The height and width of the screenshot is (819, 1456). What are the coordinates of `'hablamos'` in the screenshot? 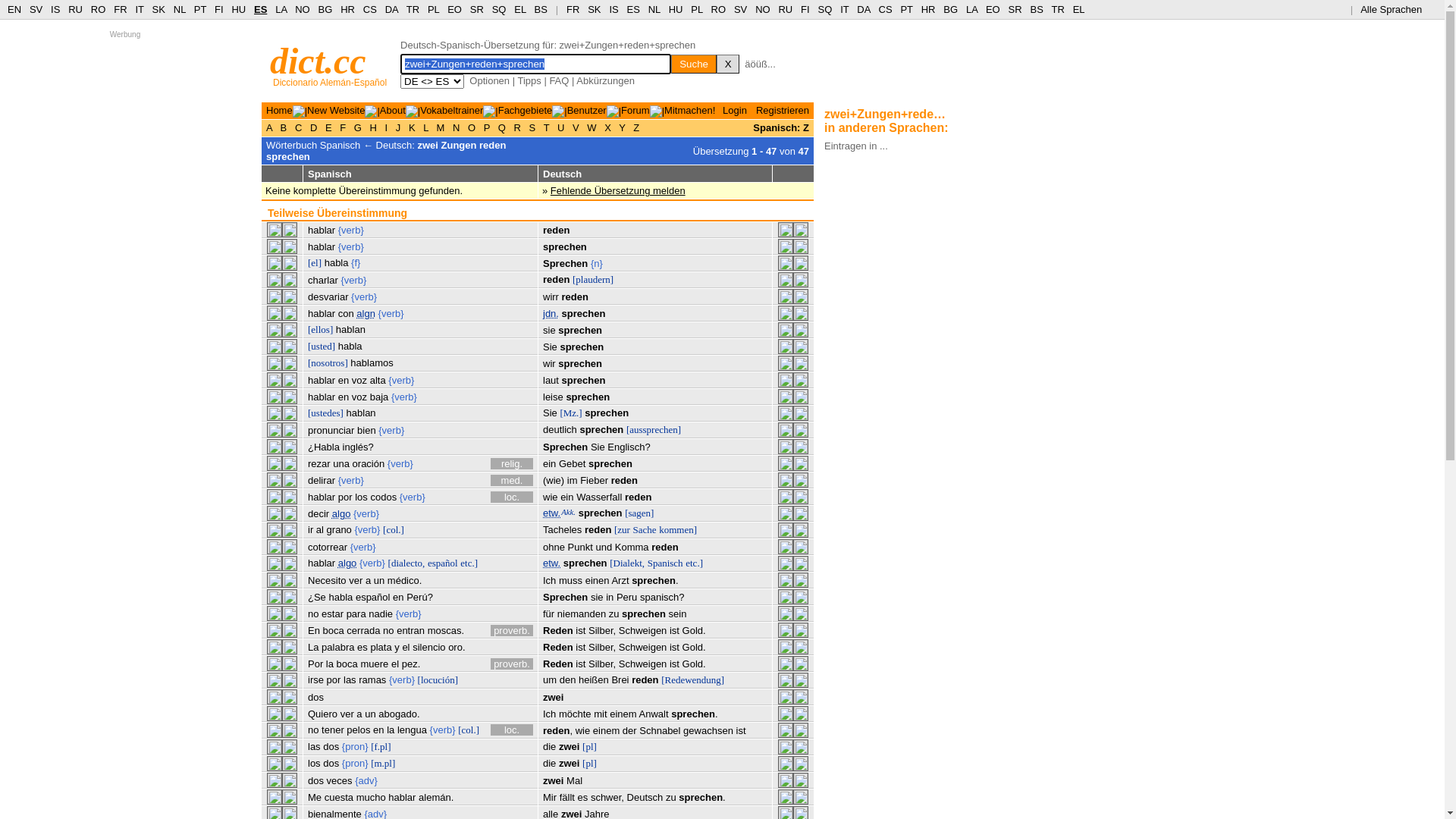 It's located at (371, 362).